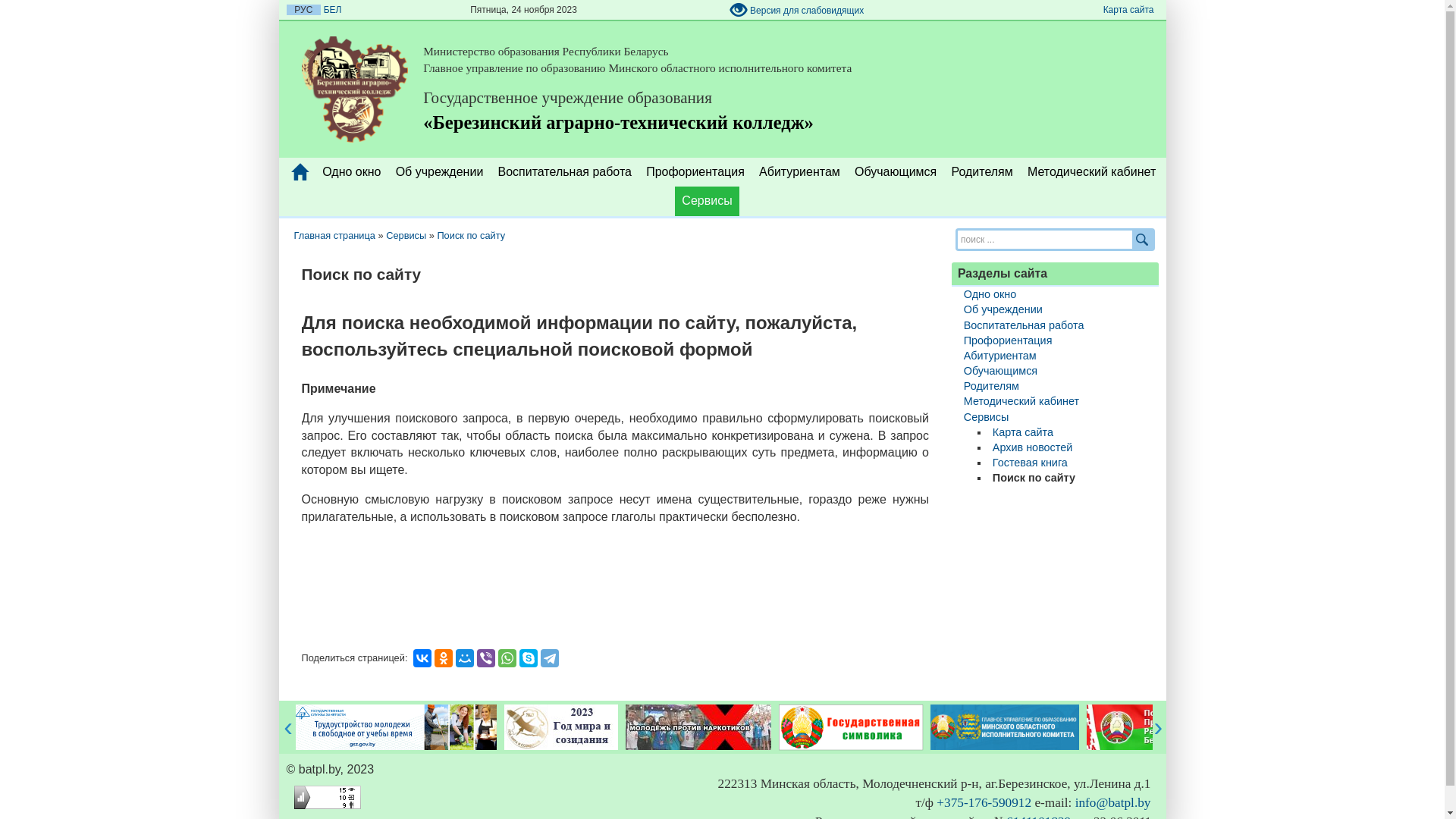 This screenshot has width=1456, height=819. What do you see at coordinates (486, 657) in the screenshot?
I see `'Viber'` at bounding box center [486, 657].